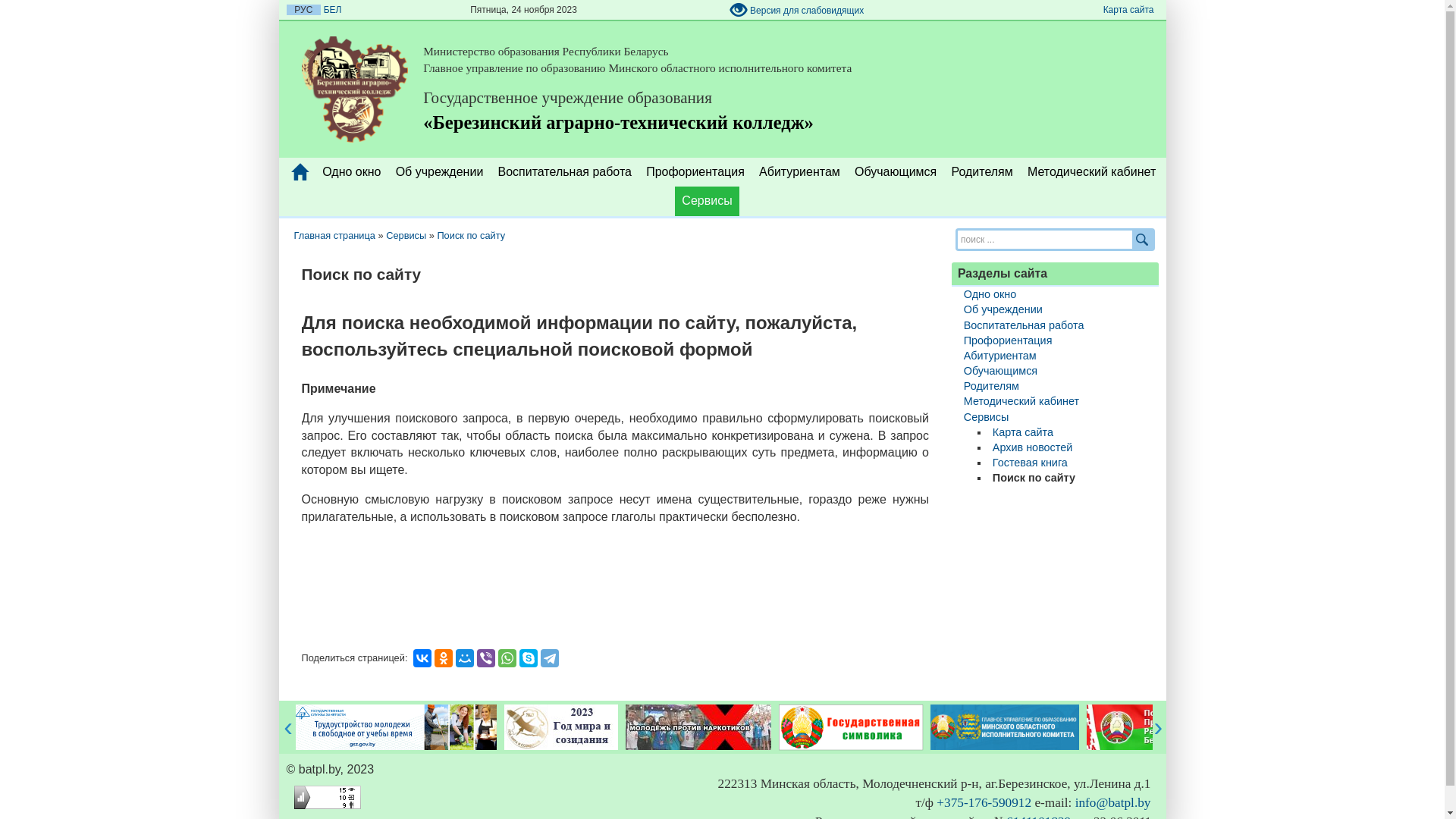 This screenshot has width=1456, height=819. What do you see at coordinates (486, 657) in the screenshot?
I see `'Viber'` at bounding box center [486, 657].